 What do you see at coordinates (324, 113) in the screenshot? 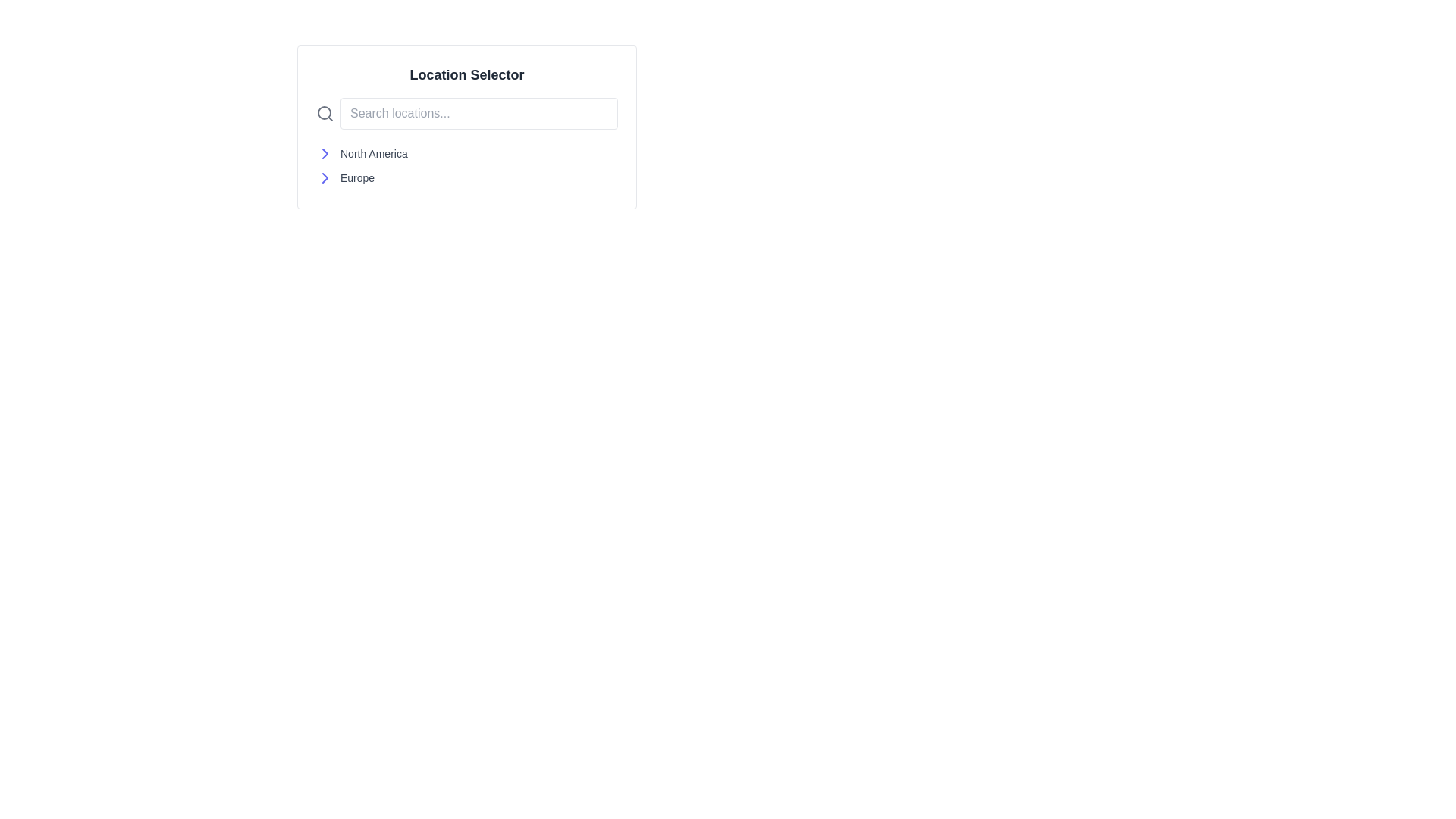
I see `the search icon located directly to the left of the text input box labeled 'Search locations...' to focus on the input field` at bounding box center [324, 113].